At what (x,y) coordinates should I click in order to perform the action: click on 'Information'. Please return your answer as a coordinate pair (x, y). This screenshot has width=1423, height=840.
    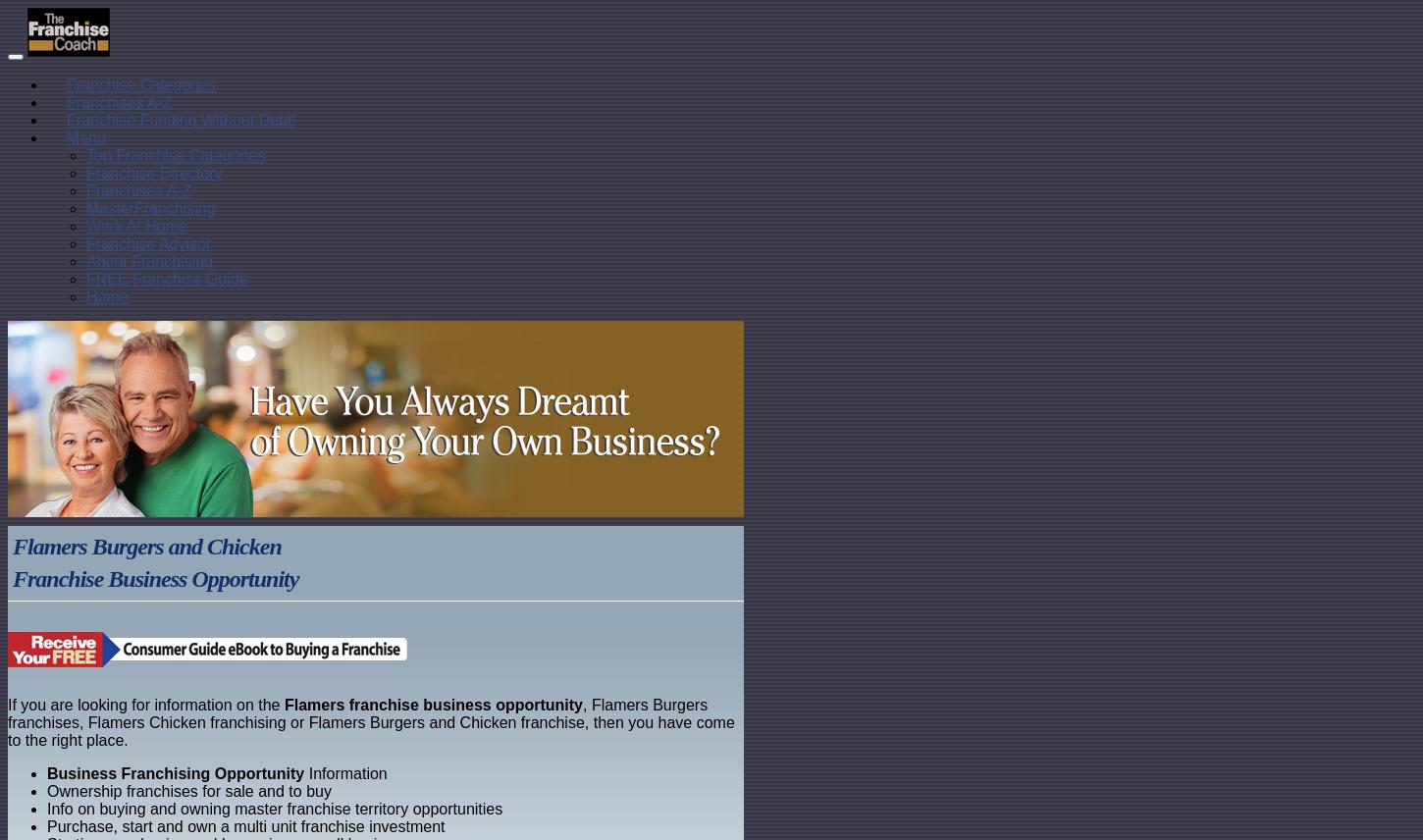
    Looking at the image, I should click on (345, 773).